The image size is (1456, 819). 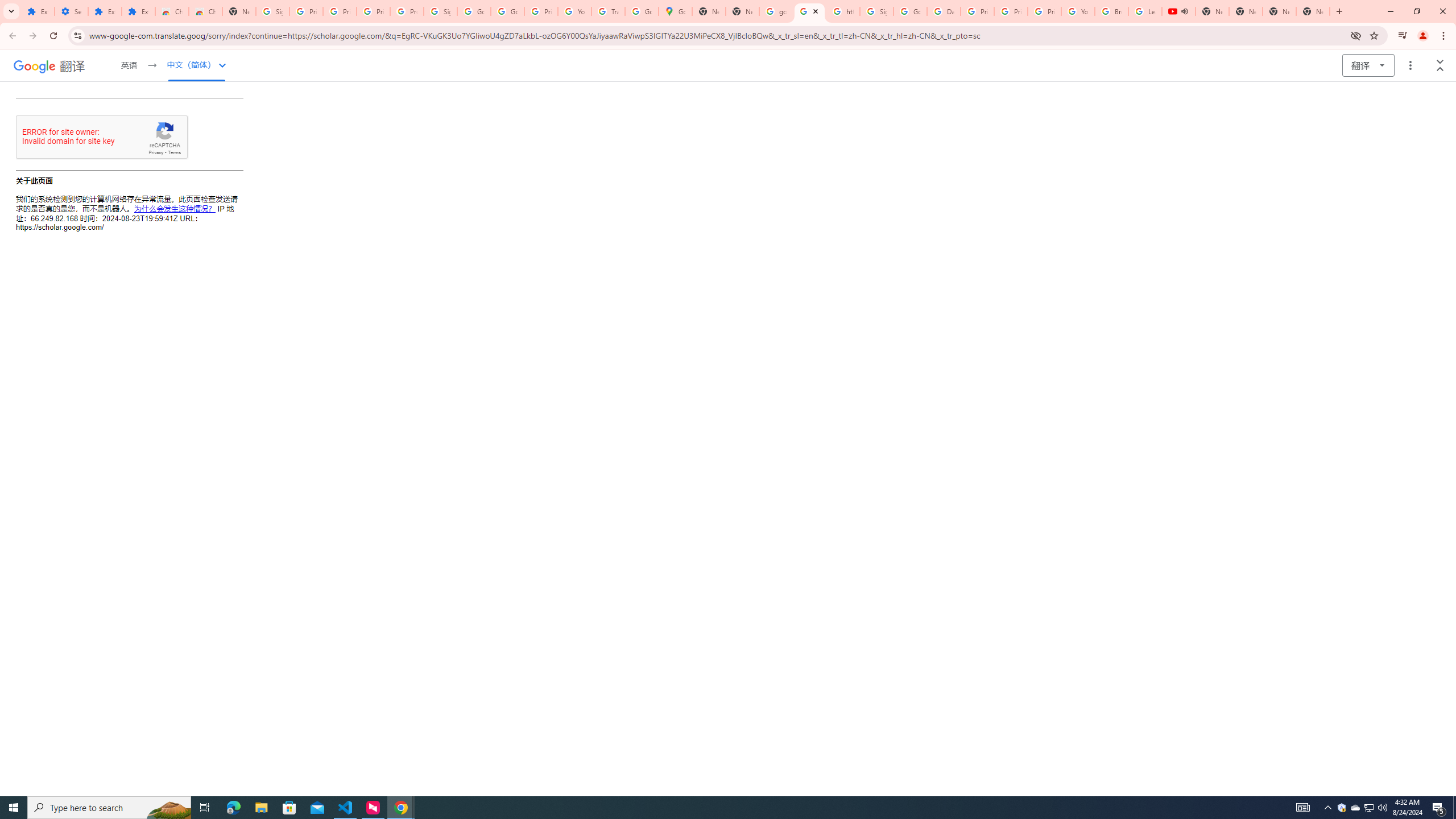 What do you see at coordinates (138, 11) in the screenshot?
I see `'Extensions'` at bounding box center [138, 11].